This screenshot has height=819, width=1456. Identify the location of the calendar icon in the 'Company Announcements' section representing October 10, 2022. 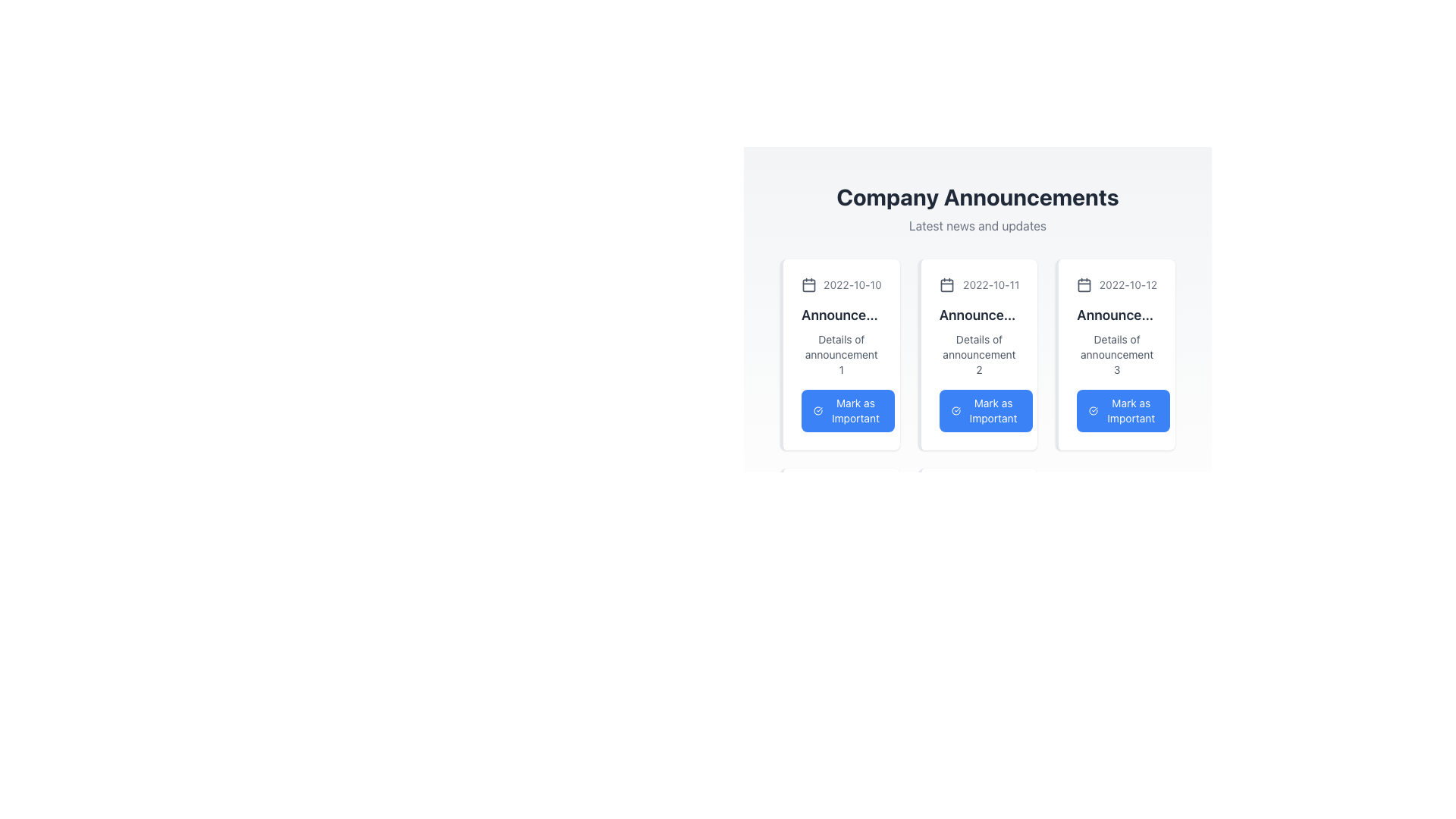
(808, 284).